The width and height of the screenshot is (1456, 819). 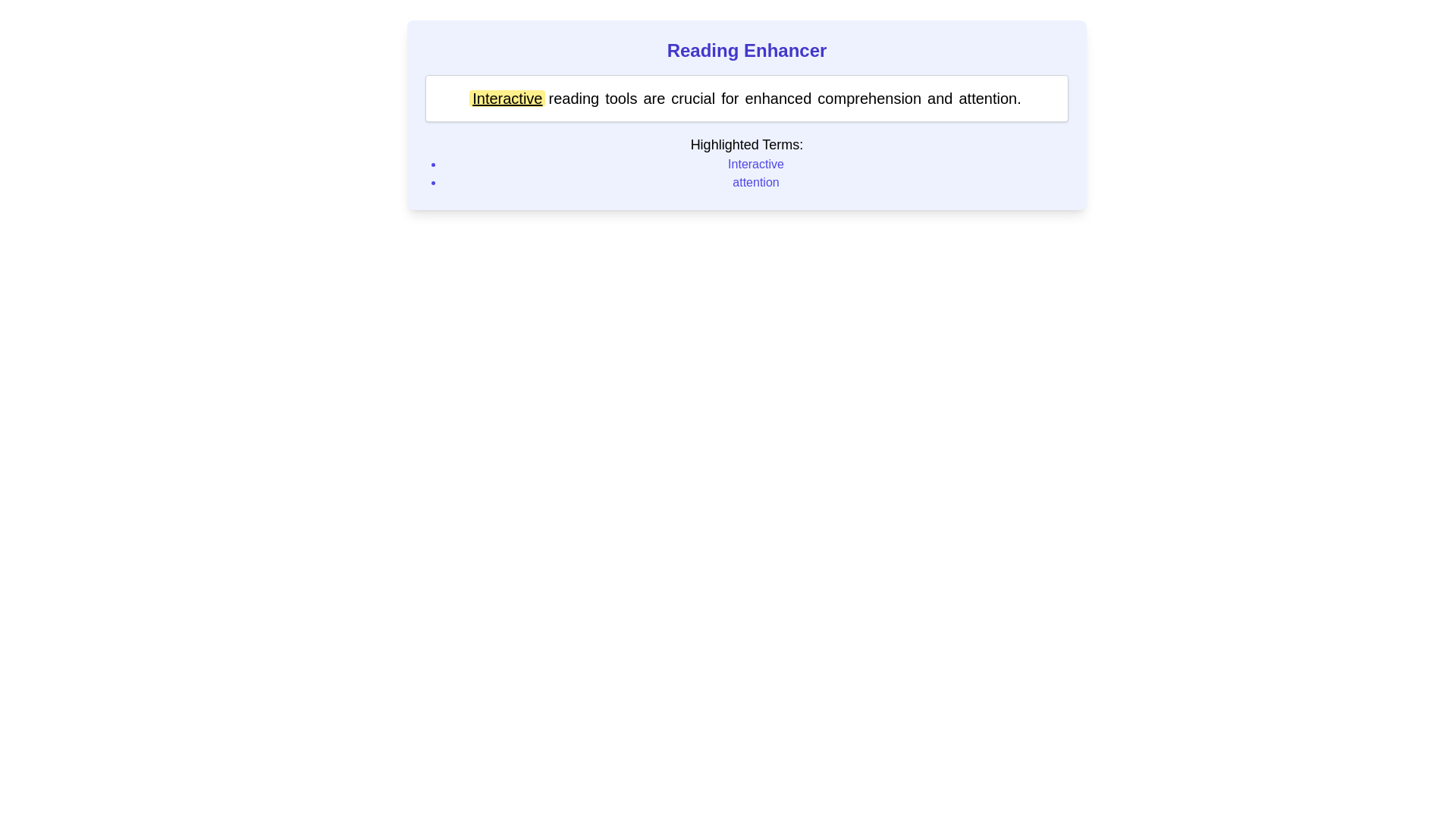 What do you see at coordinates (730, 99) in the screenshot?
I see `the text segment reading 'for', which is located between 'crucial' and 'enhanced' in a standard font style` at bounding box center [730, 99].